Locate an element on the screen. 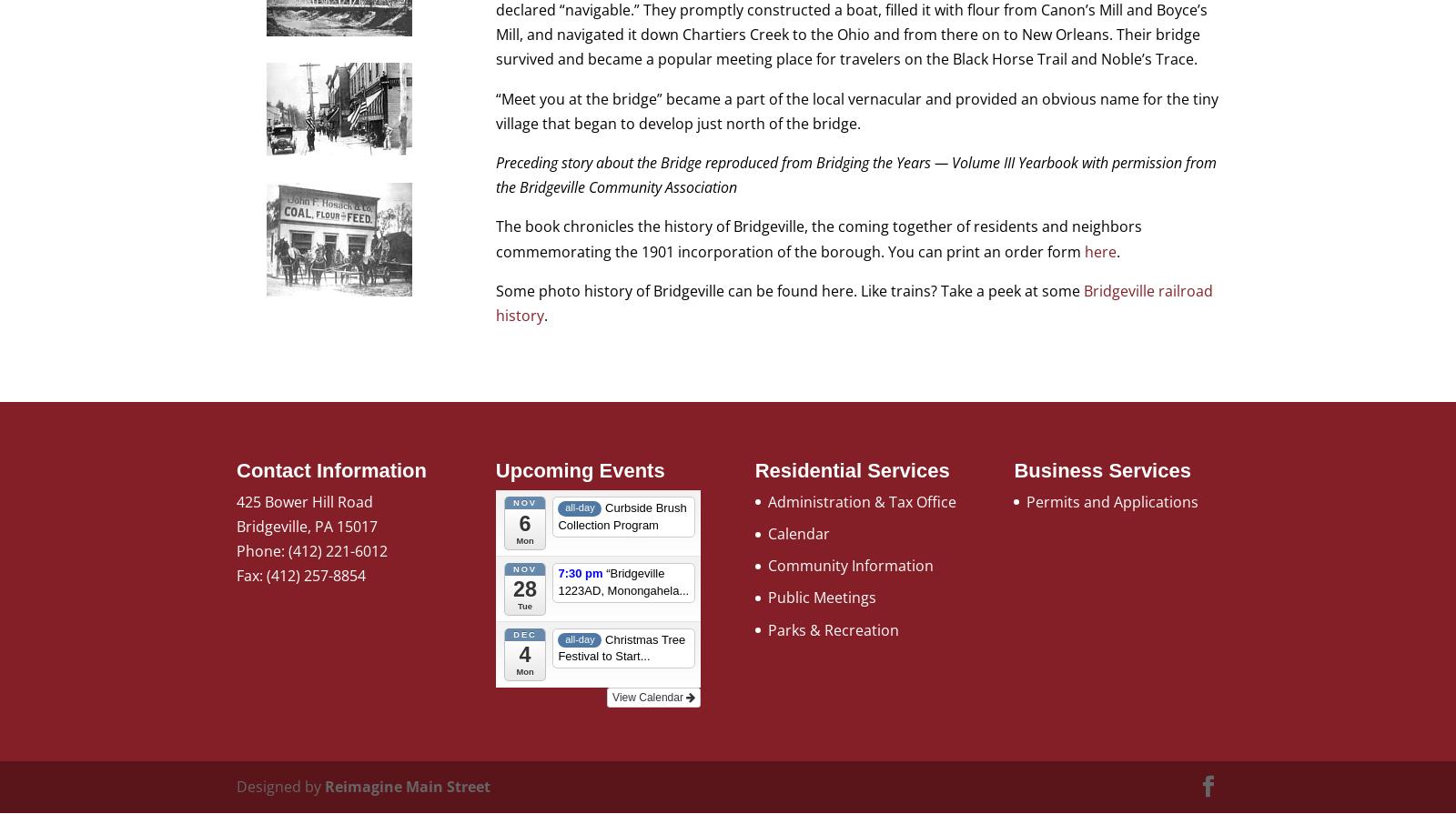 The width and height of the screenshot is (1456, 814). 'Parks & Recreation' is located at coordinates (832, 628).